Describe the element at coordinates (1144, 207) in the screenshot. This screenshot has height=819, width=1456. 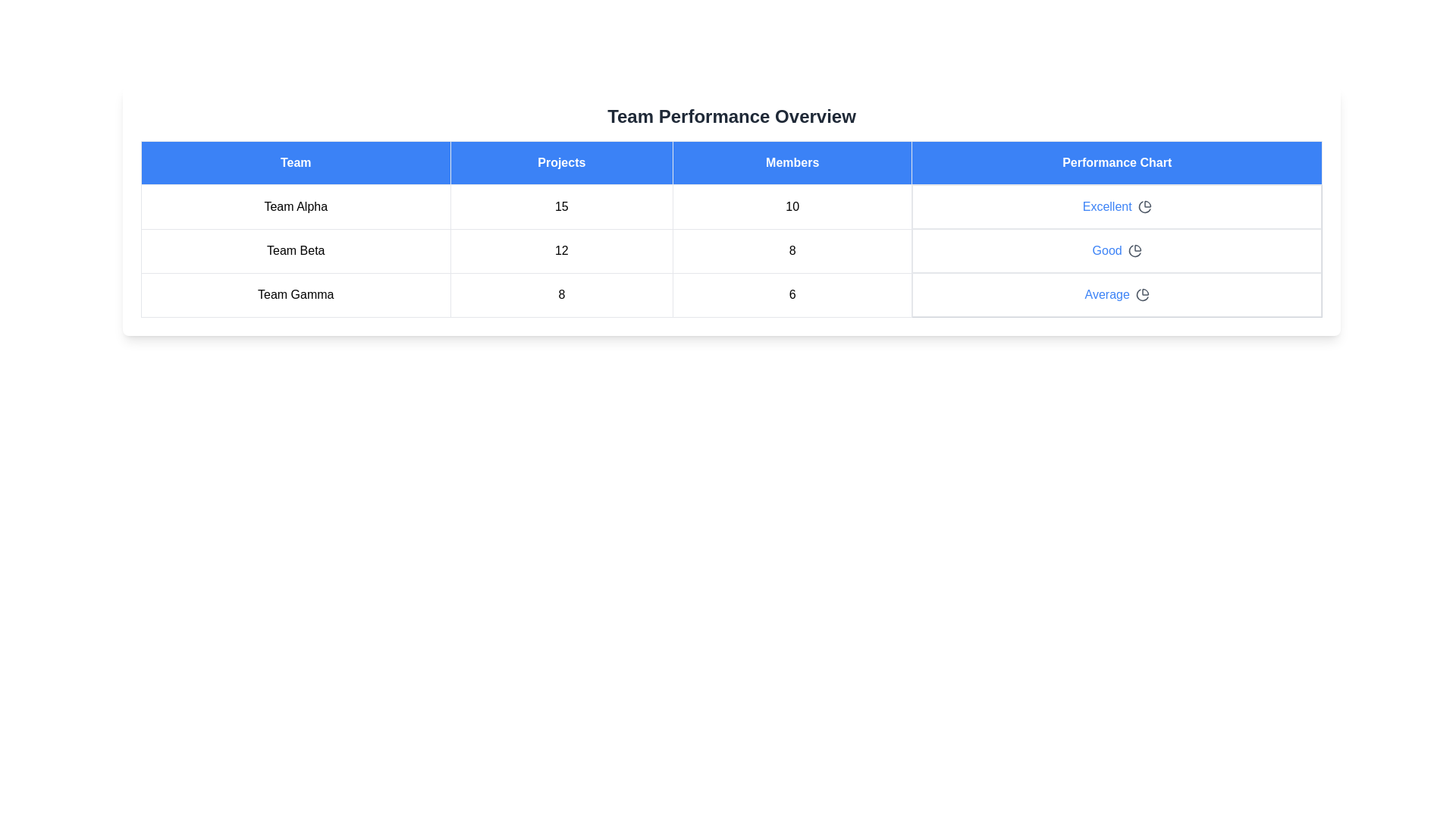
I see `the performance chart icon for Team Alpha to view their performance details` at that location.